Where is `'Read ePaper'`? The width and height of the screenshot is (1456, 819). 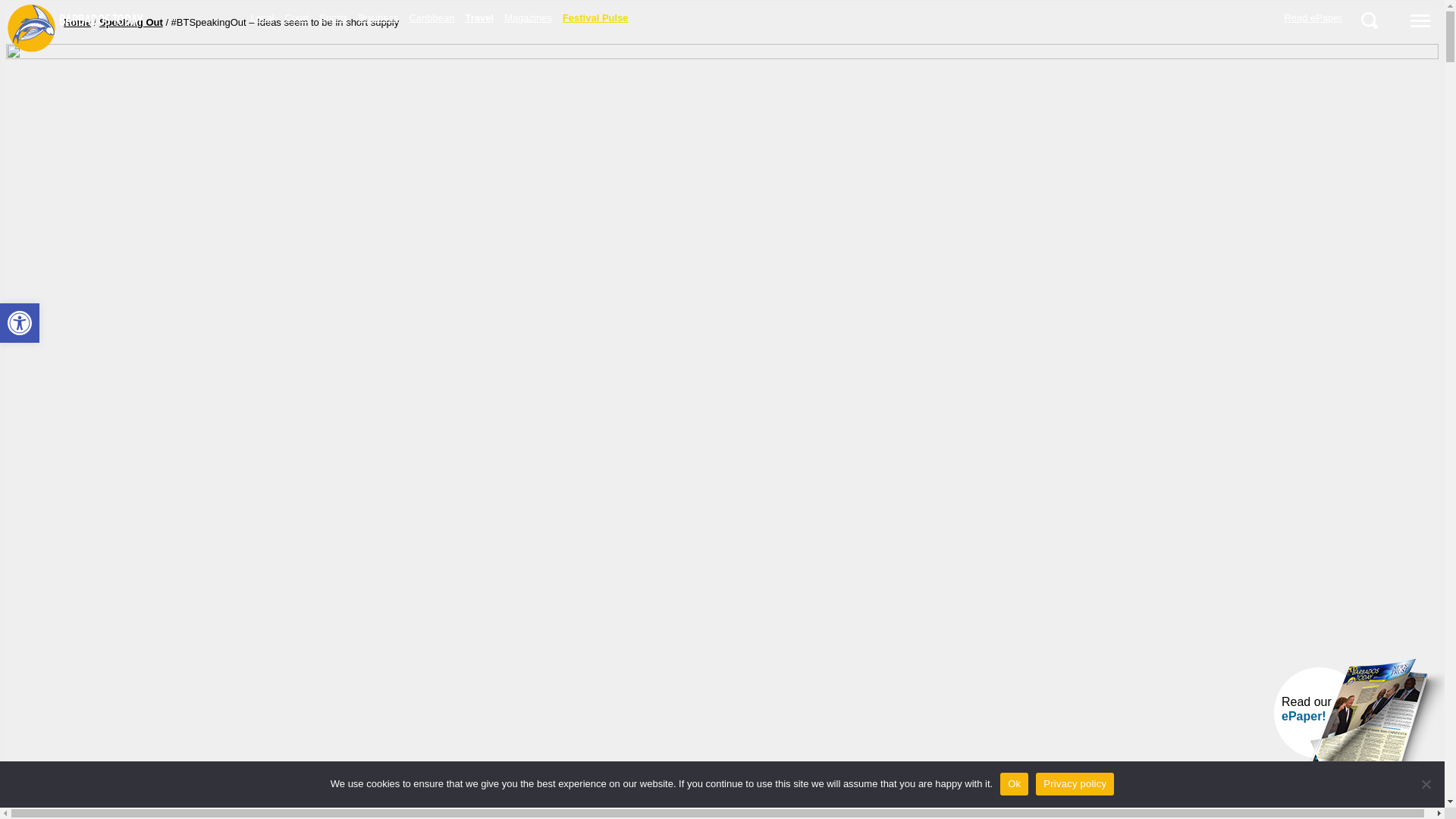
'Read ePaper' is located at coordinates (1312, 17).